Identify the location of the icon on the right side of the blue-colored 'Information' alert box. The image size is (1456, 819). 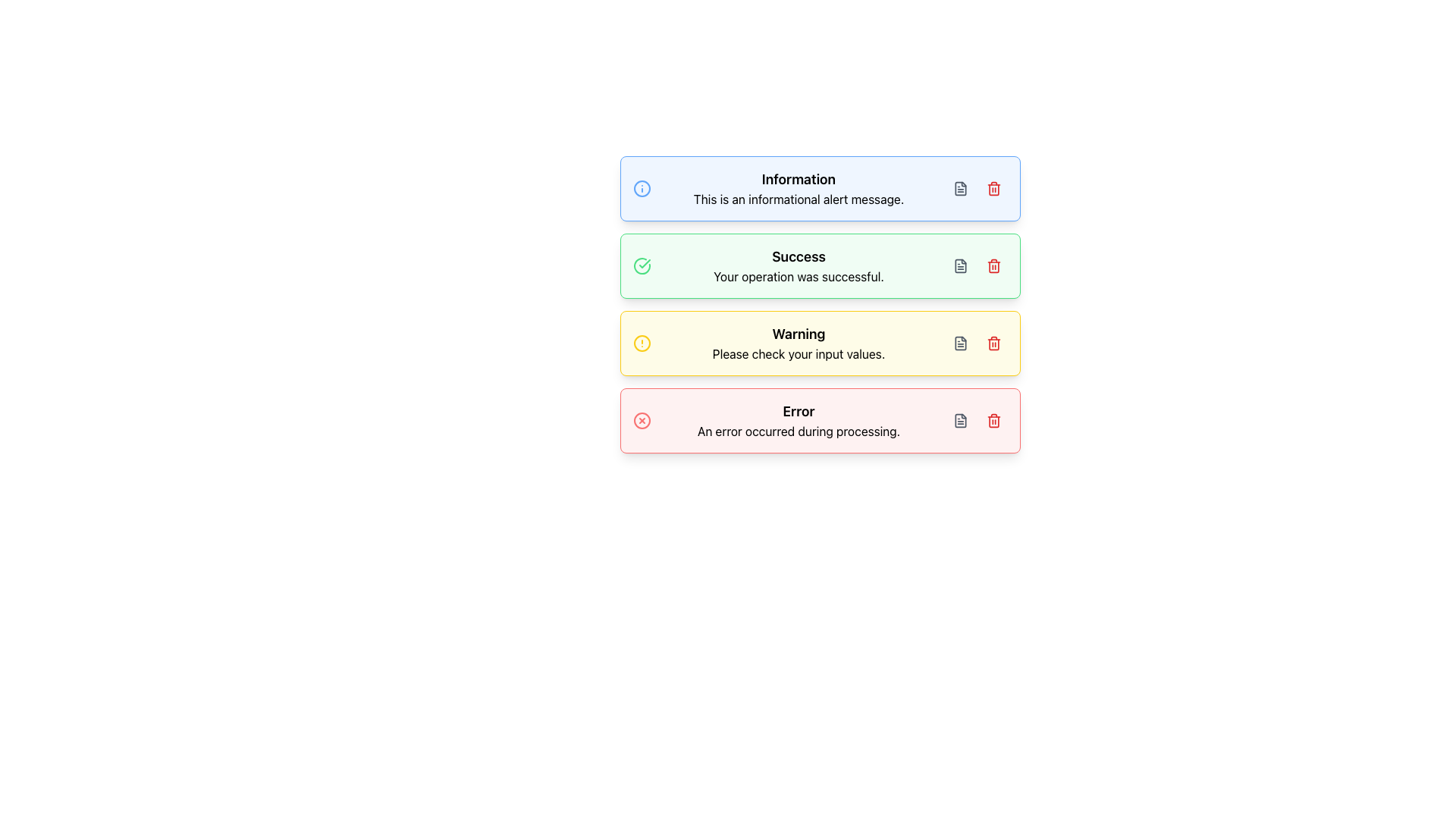
(959, 188).